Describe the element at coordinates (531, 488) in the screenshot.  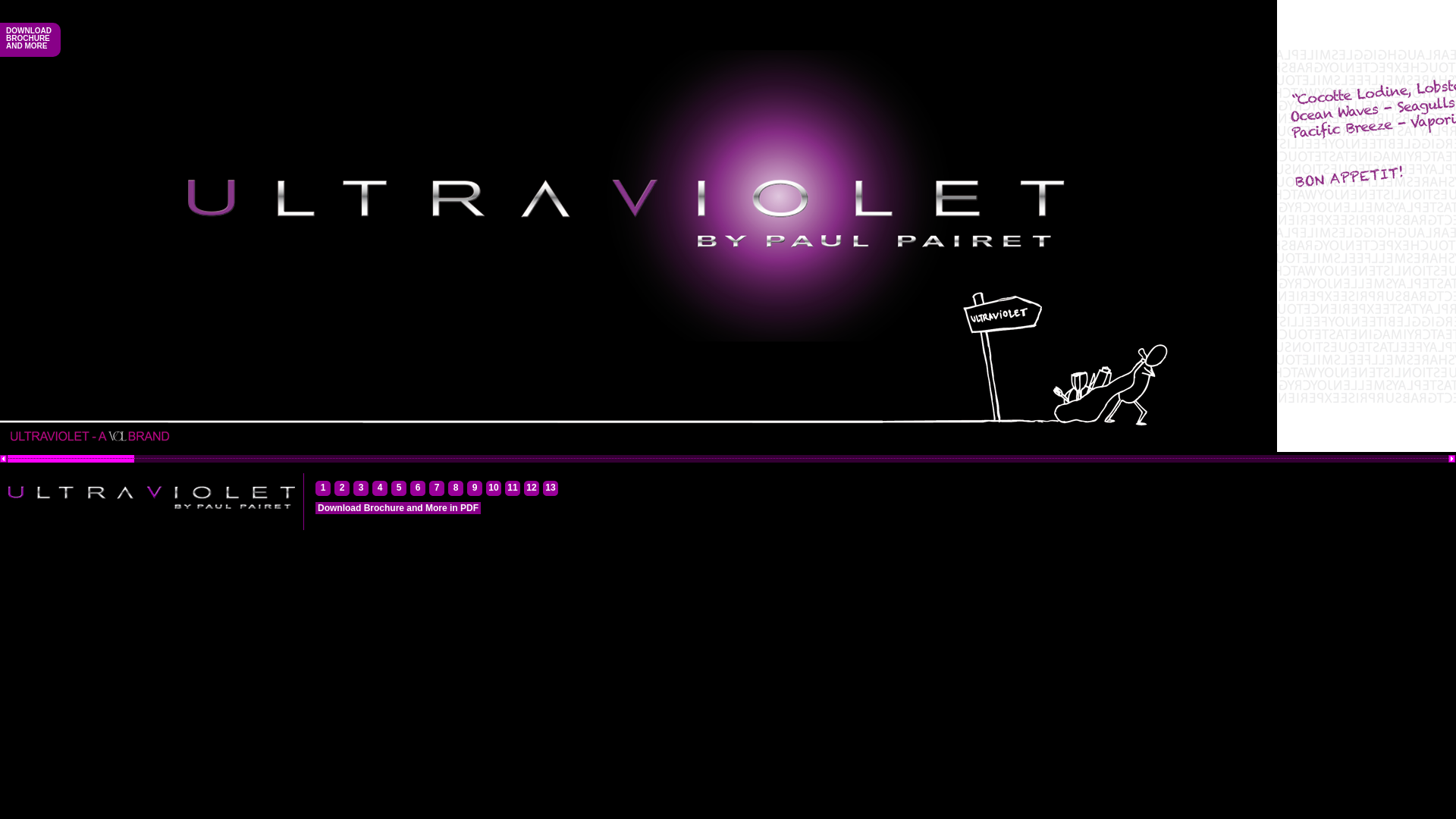
I see `'12'` at that location.